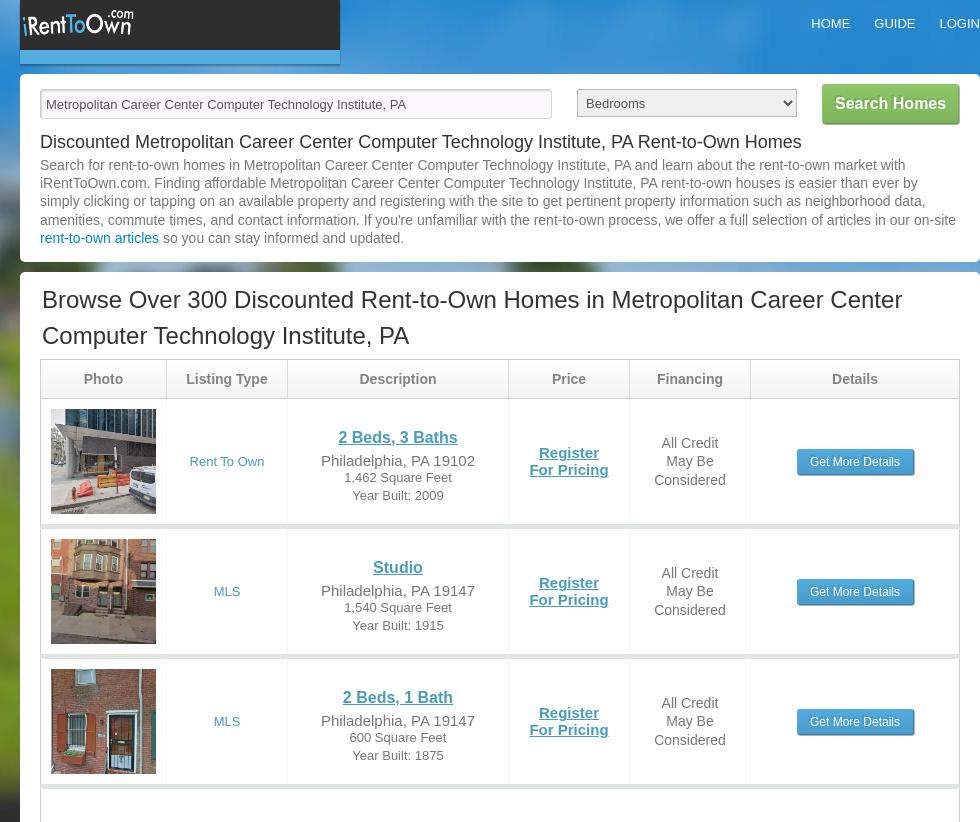  Describe the element at coordinates (550, 378) in the screenshot. I see `'Price'` at that location.